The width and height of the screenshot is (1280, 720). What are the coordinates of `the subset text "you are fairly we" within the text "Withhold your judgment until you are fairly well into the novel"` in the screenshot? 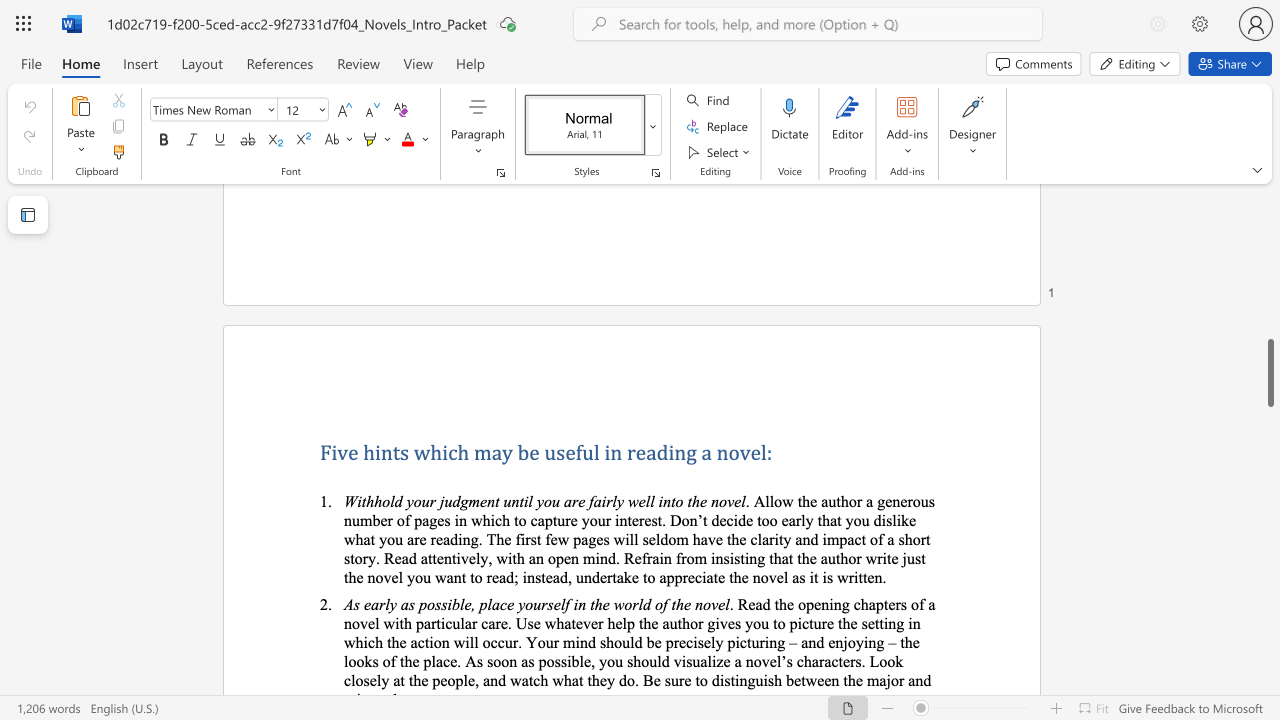 It's located at (536, 500).